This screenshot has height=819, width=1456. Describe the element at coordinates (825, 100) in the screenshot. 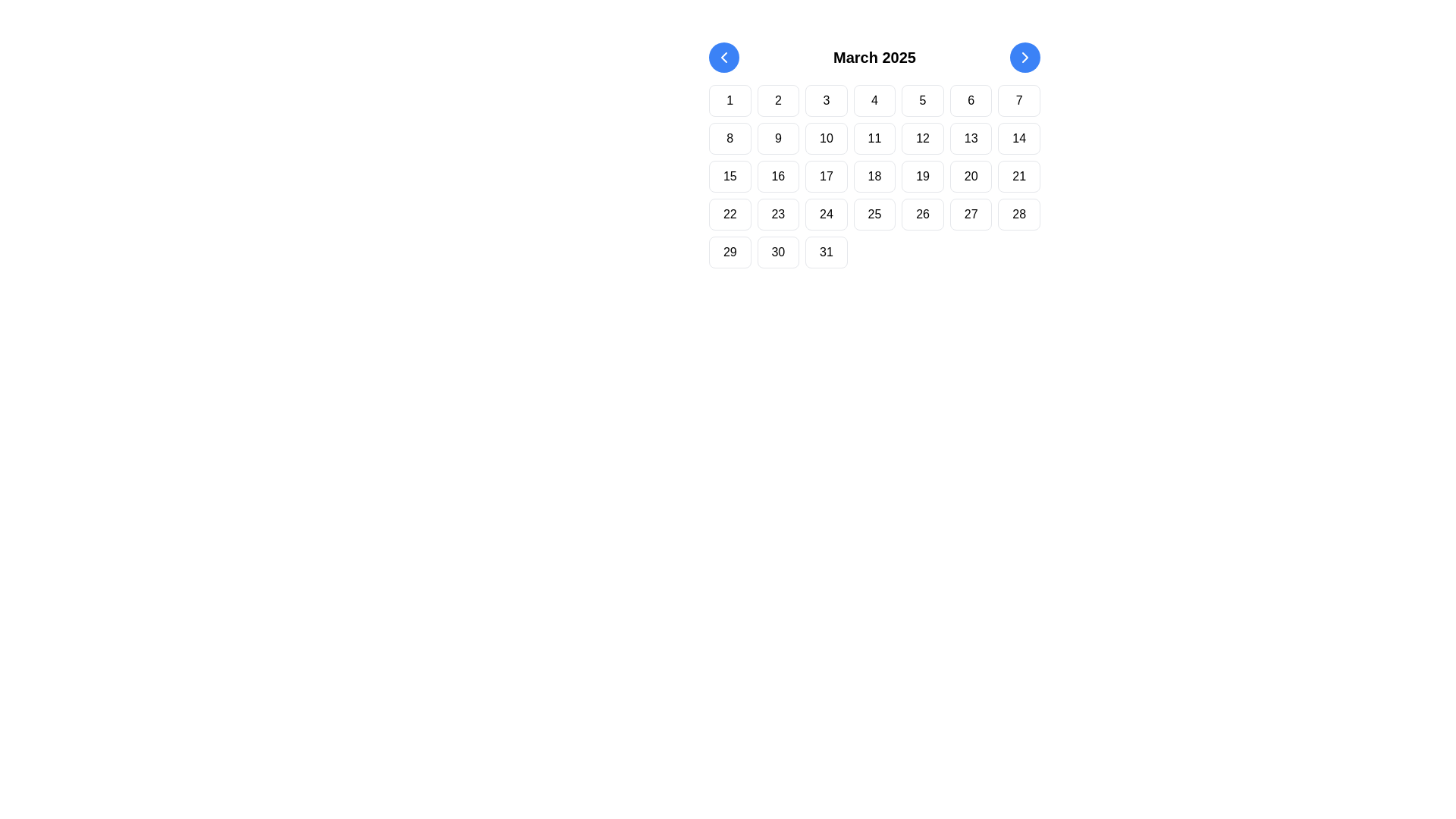

I see `the calendar day button labeled '3'` at that location.